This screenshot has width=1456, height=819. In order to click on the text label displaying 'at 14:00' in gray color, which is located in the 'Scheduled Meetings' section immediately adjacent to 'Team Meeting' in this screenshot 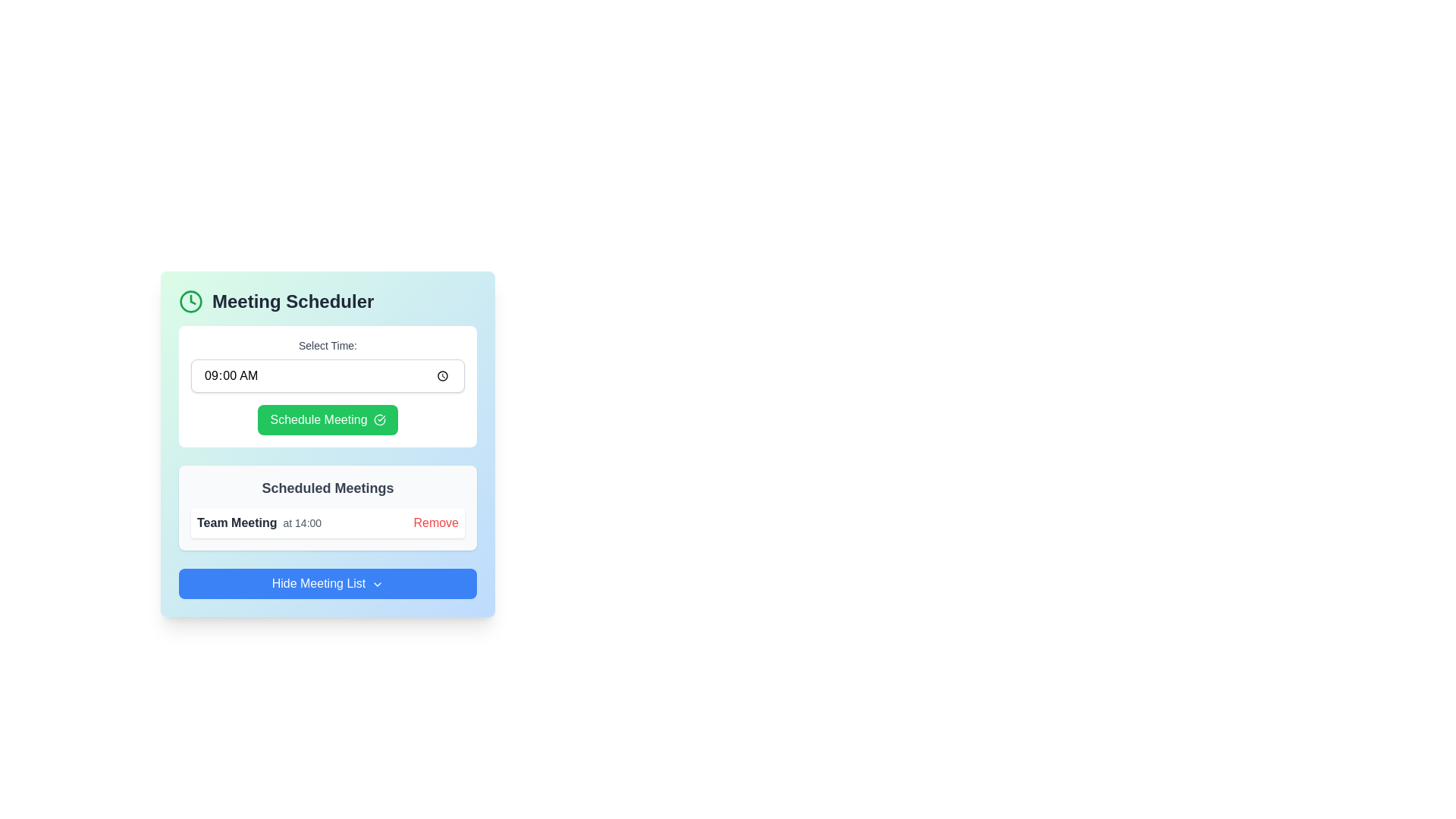, I will do `click(302, 522)`.